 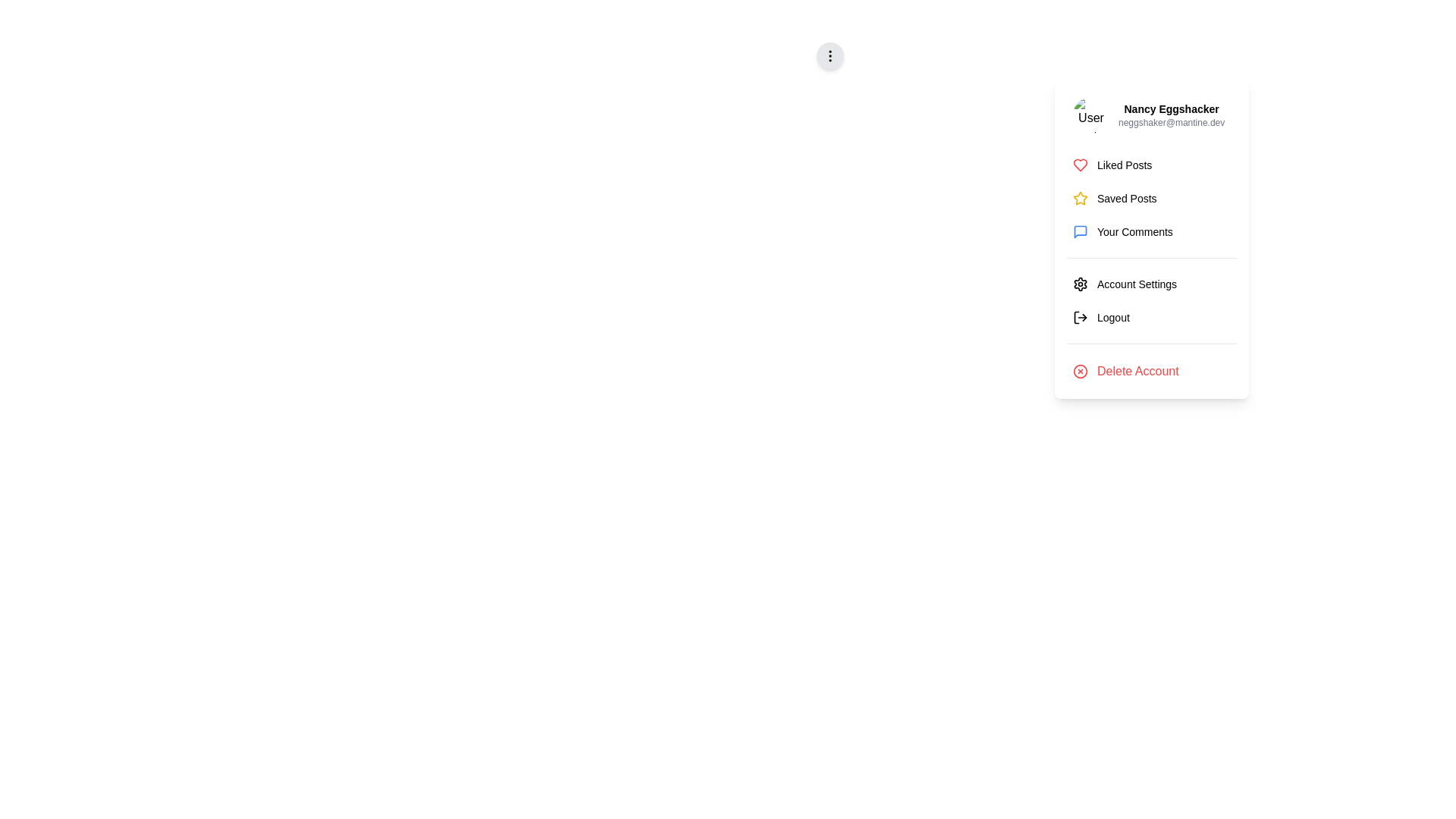 What do you see at coordinates (1151, 198) in the screenshot?
I see `the first entry 'Liked Posts' in the Interactive List that appears in the drop-down menu under profile details` at bounding box center [1151, 198].